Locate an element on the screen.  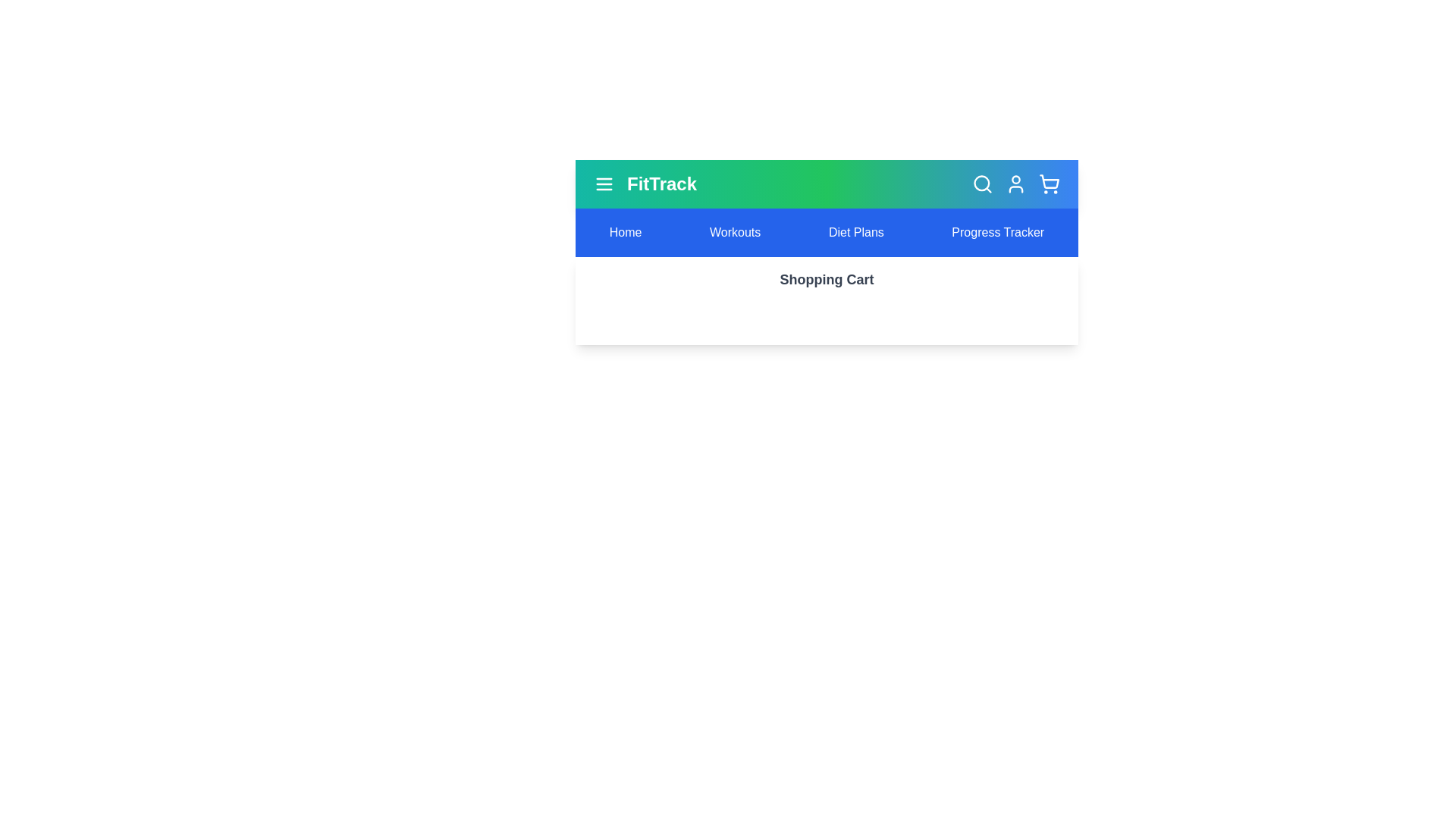
the shopping_cart icon to trigger its visual feedback is located at coordinates (1048, 184).